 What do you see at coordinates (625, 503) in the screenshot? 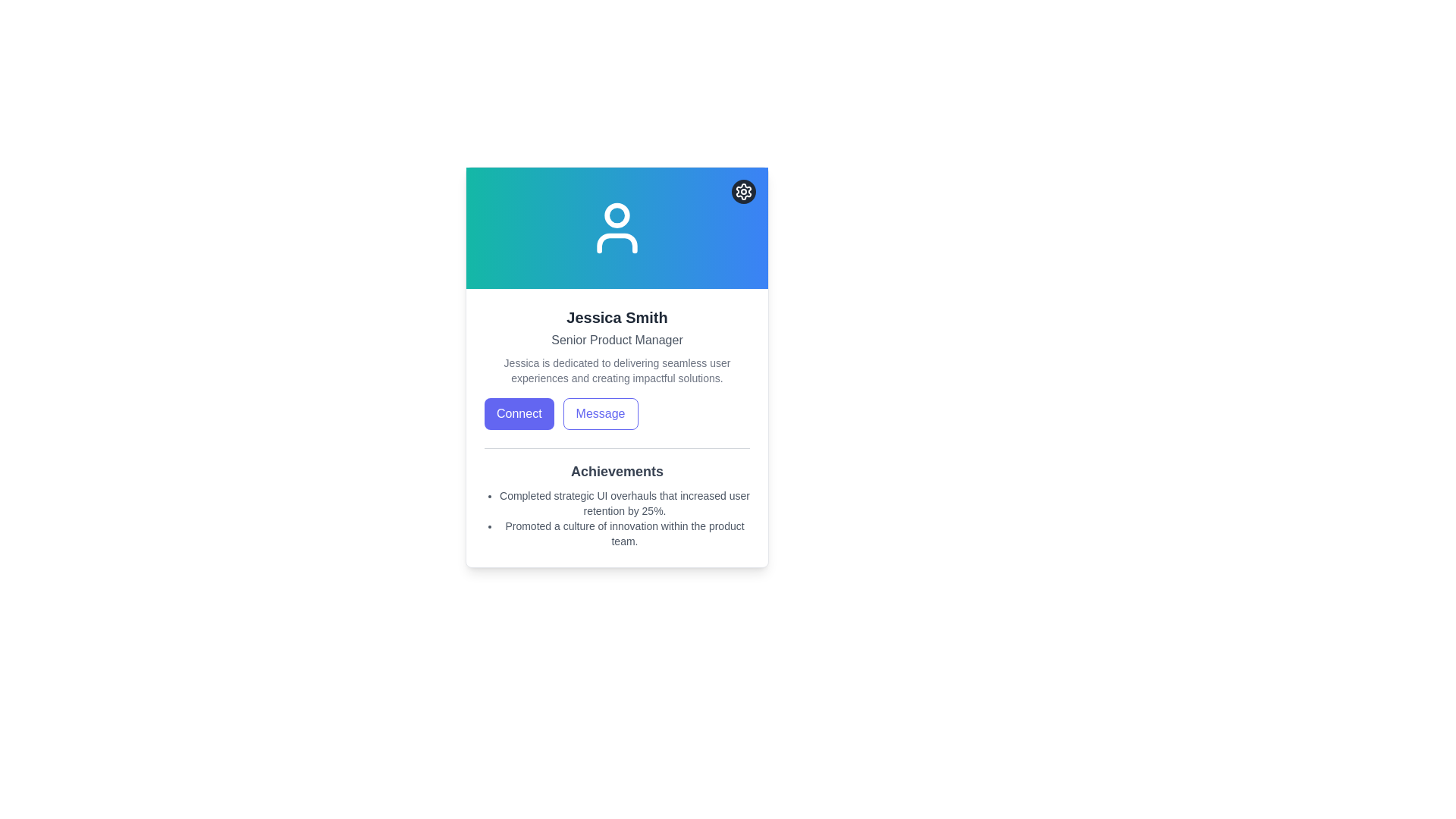
I see `the first bullet point in the 'Achievements' list` at bounding box center [625, 503].